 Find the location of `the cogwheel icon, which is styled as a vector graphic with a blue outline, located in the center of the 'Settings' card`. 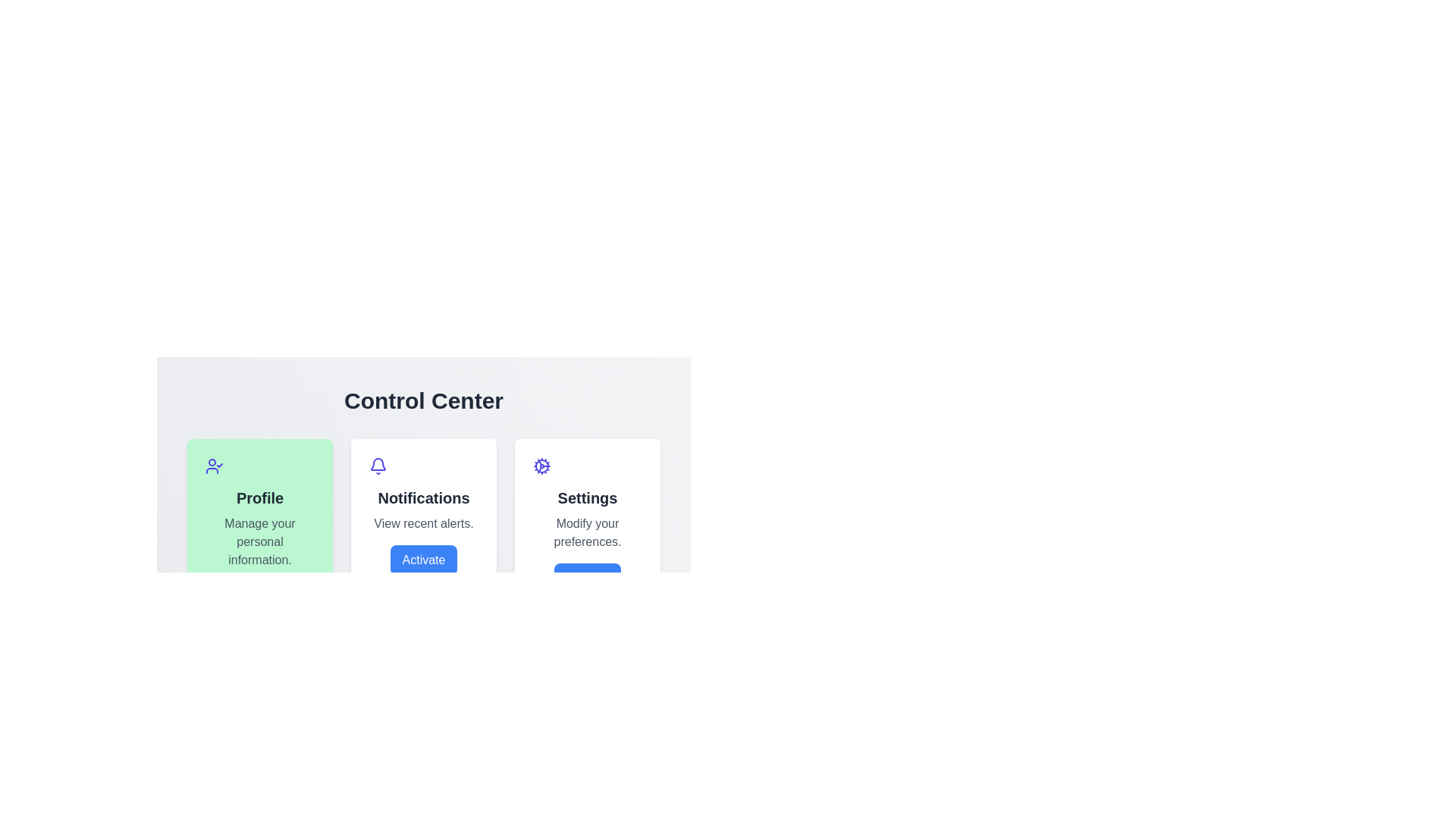

the cogwheel icon, which is styled as a vector graphic with a blue outline, located in the center of the 'Settings' card is located at coordinates (542, 465).